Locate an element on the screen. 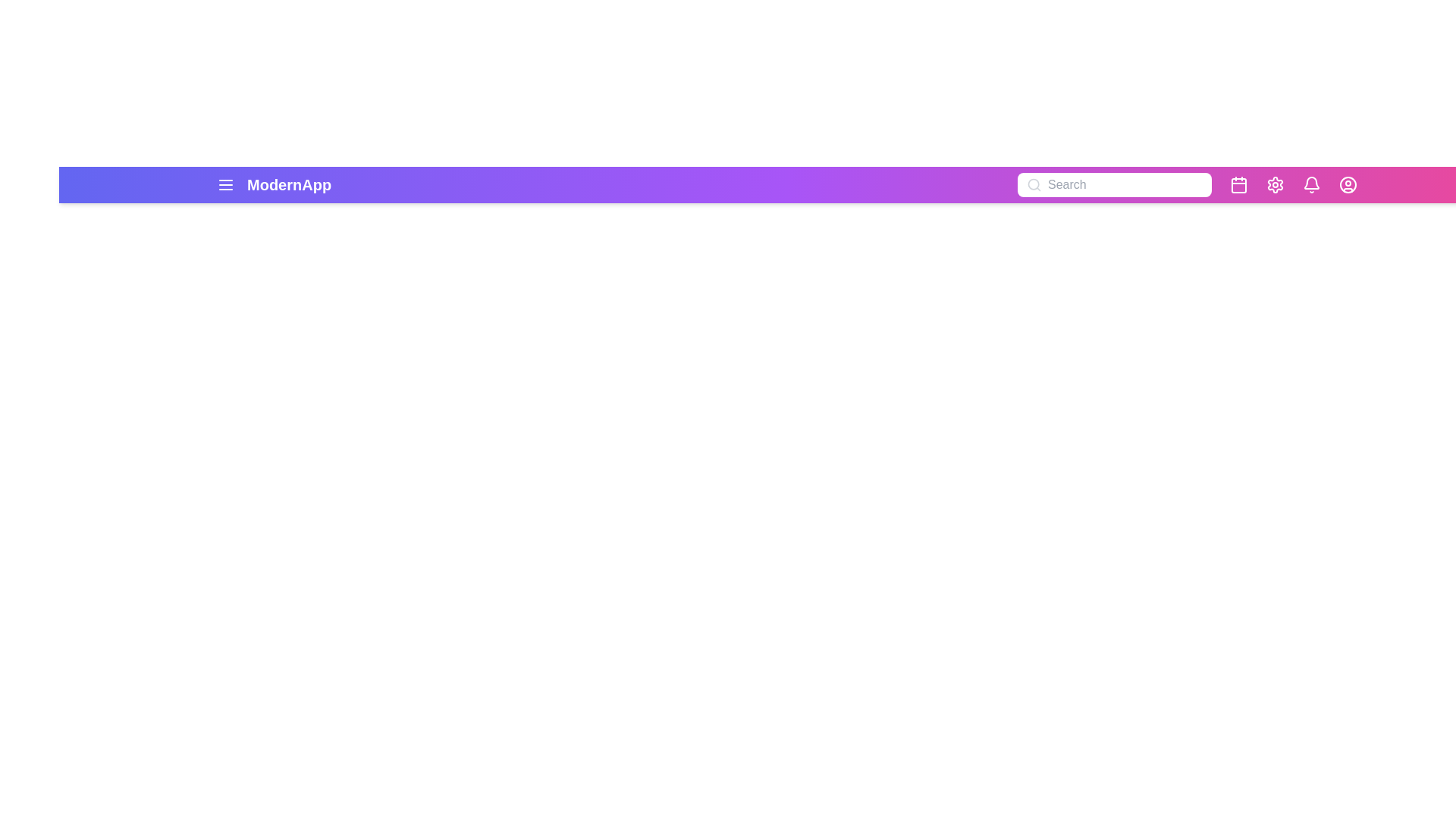 The height and width of the screenshot is (819, 1456). the bell icon in the navigation bar is located at coordinates (1310, 184).